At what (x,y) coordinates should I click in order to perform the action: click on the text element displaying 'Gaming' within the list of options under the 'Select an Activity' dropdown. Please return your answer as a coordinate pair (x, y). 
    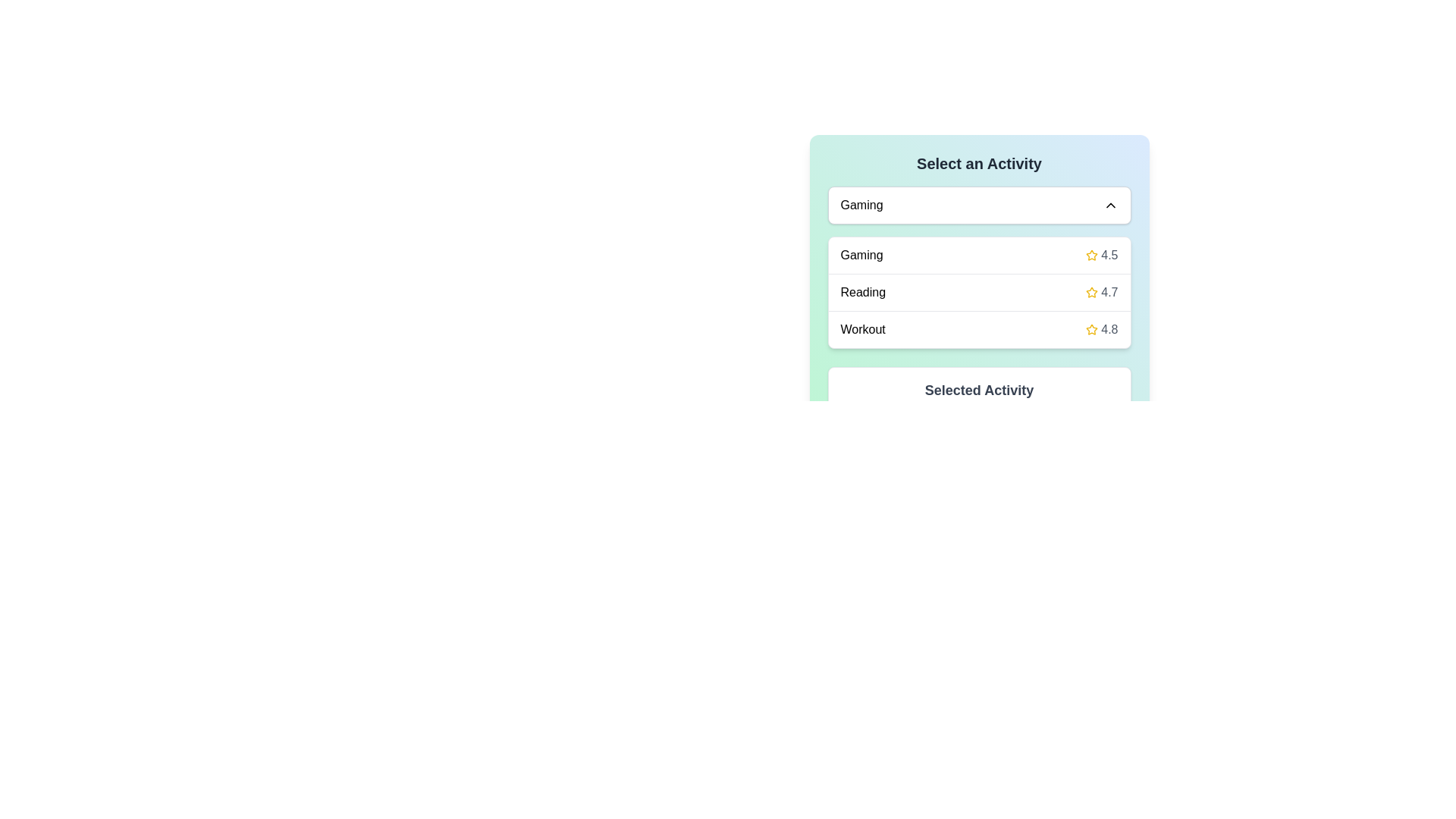
    Looking at the image, I should click on (861, 254).